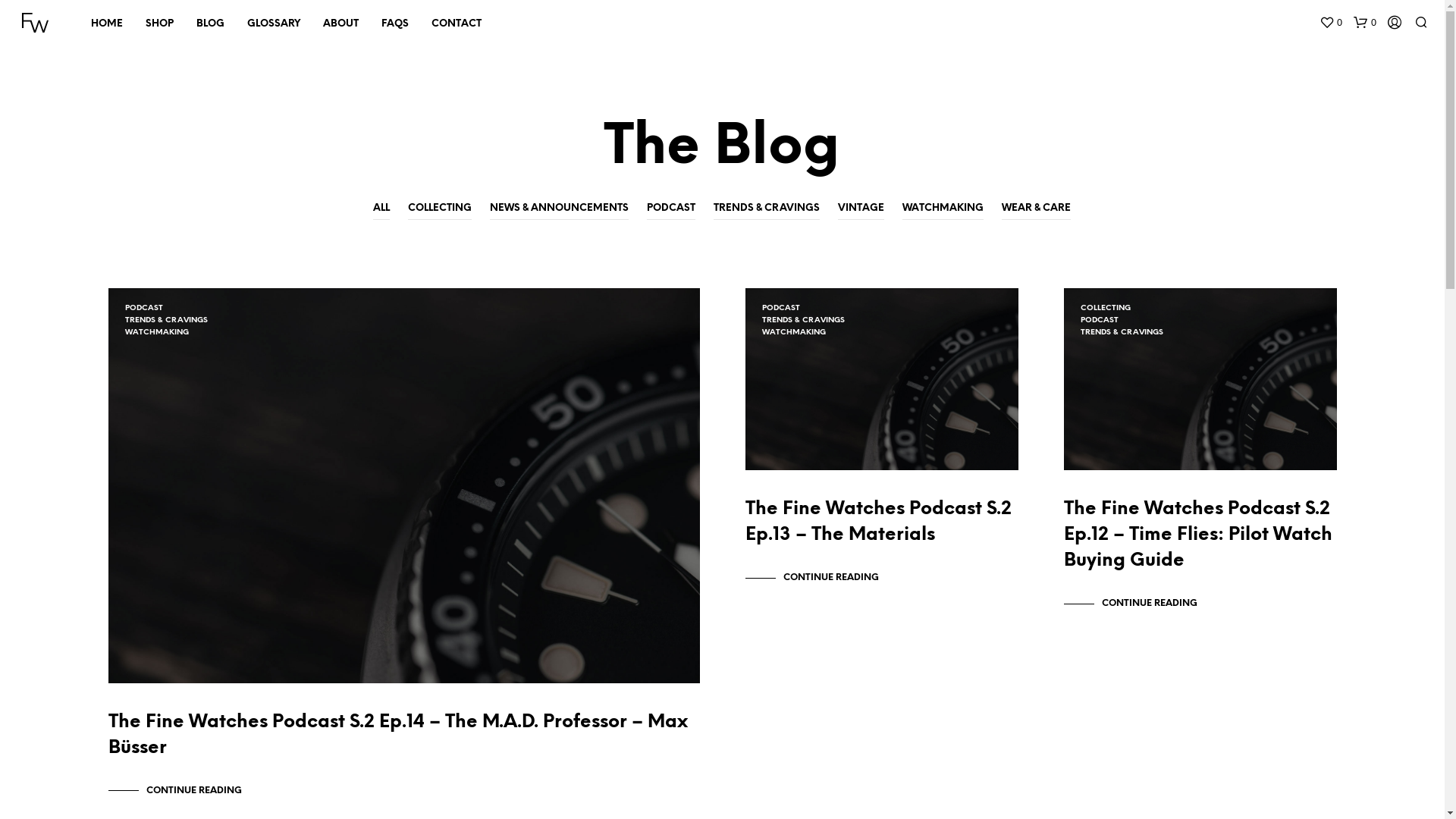 The height and width of the screenshot is (819, 1456). I want to click on 'ALL', so click(381, 209).